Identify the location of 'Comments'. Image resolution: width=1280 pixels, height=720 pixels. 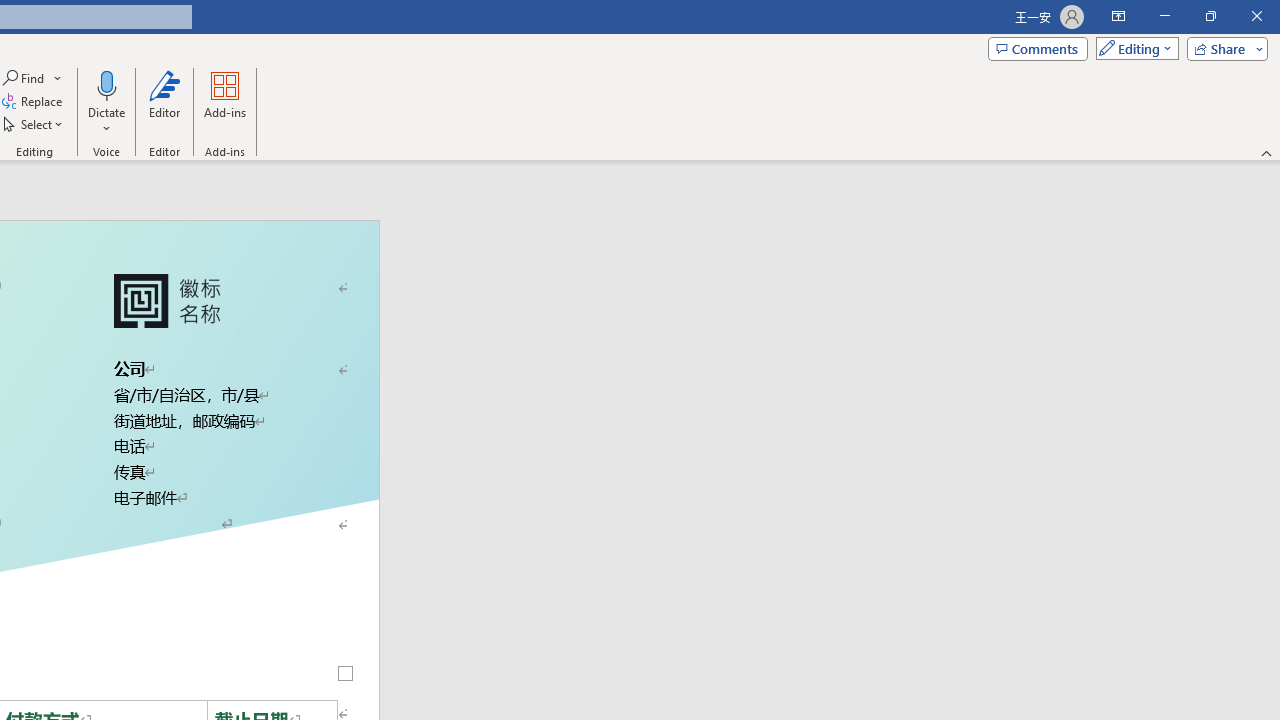
(1038, 47).